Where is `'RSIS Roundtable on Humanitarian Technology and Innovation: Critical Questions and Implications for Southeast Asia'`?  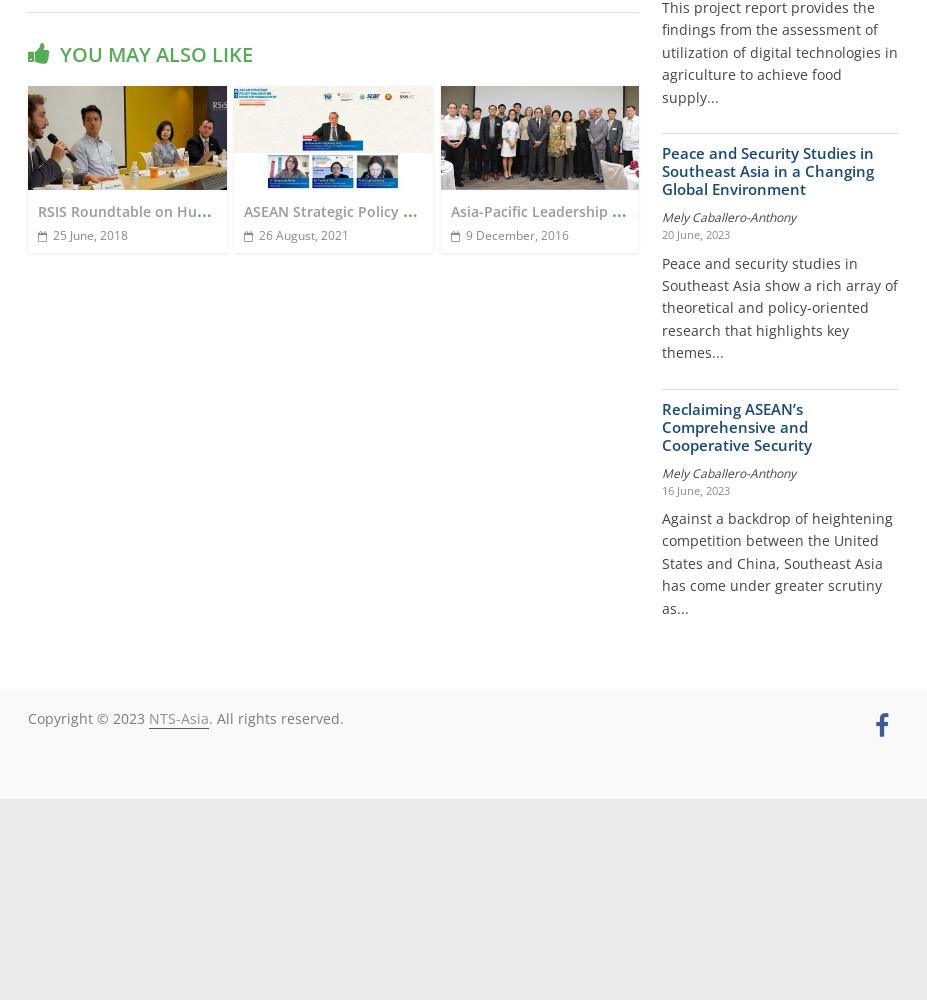 'RSIS Roundtable on Humanitarian Technology and Innovation: Critical Questions and Implications for Southeast Asia' is located at coordinates (437, 210).